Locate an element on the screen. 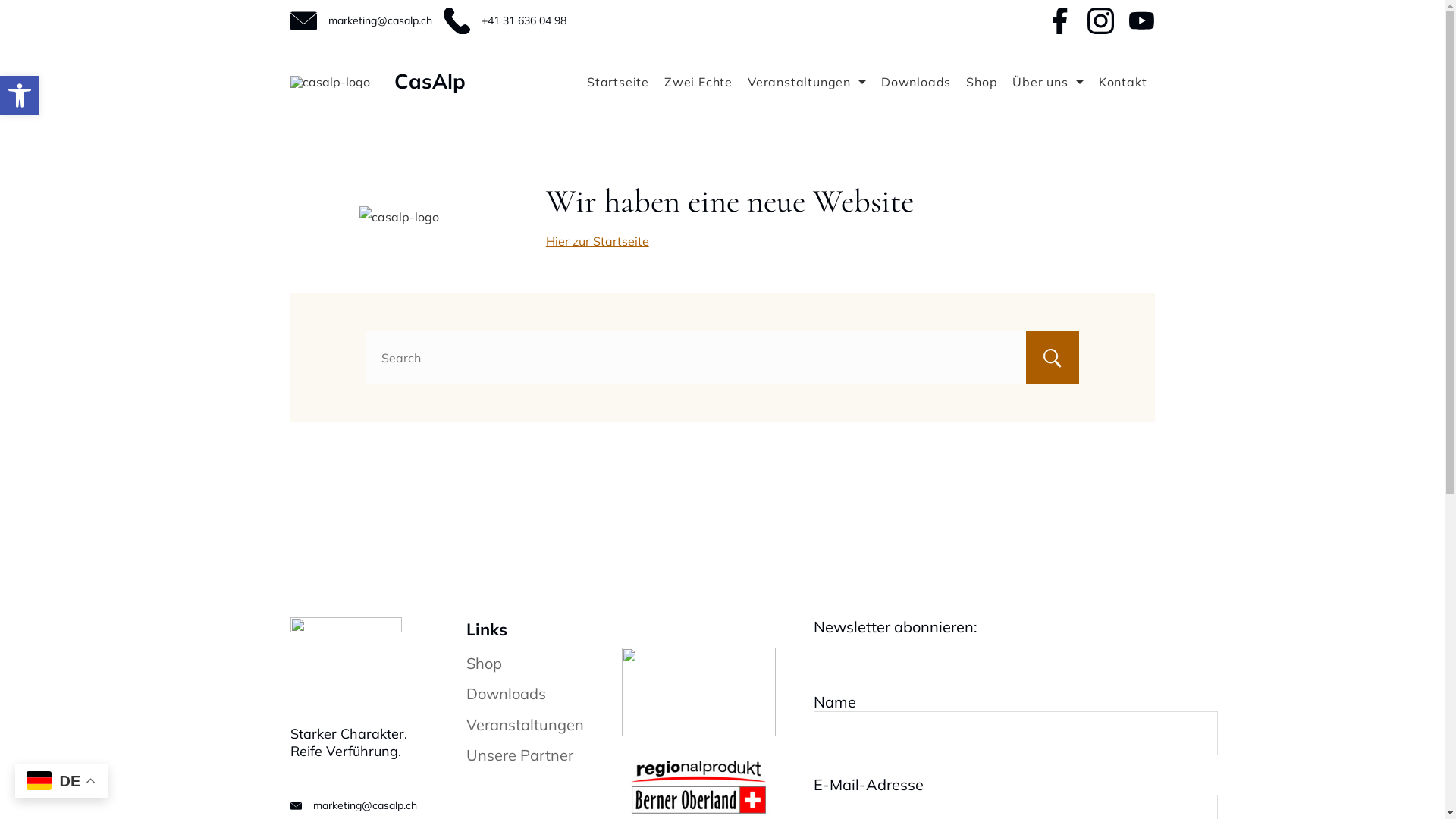 This screenshot has width=1456, height=819. 'Hier zur Startseite' is located at coordinates (596, 240).